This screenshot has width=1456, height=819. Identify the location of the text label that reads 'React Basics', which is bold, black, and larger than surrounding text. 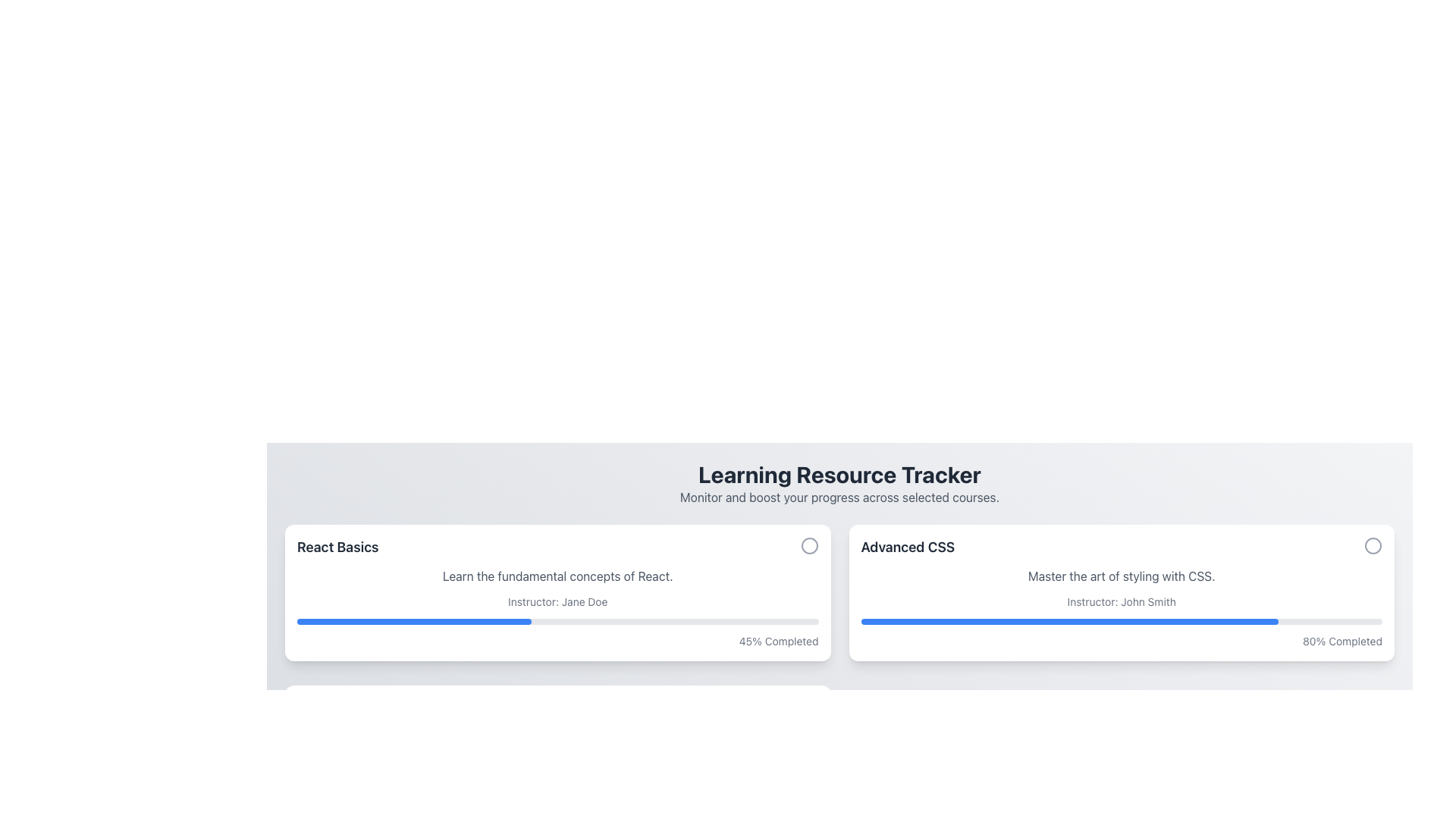
(337, 547).